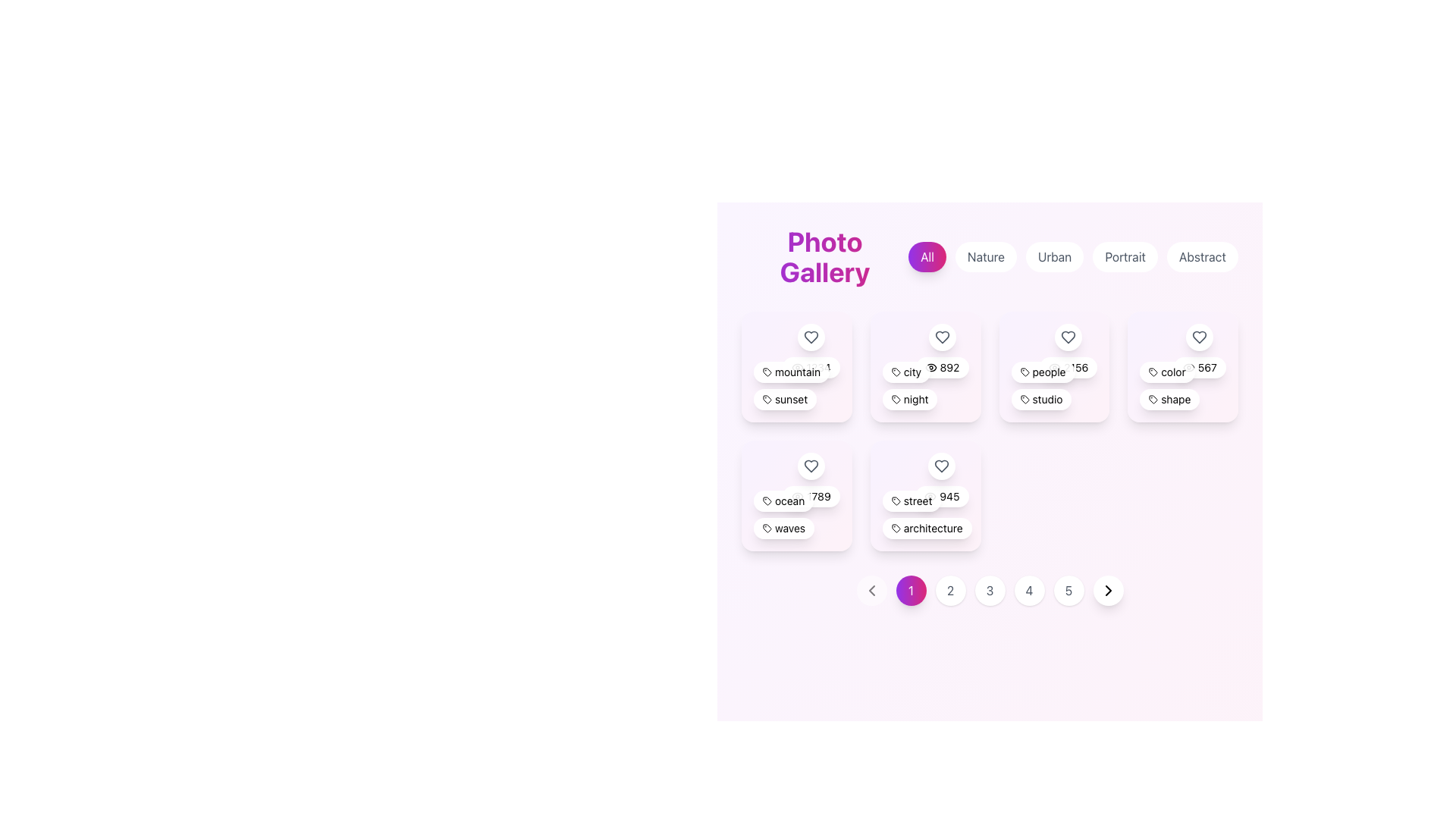  I want to click on the circular button with a white background and the number '3' displayed in grey, so click(990, 589).